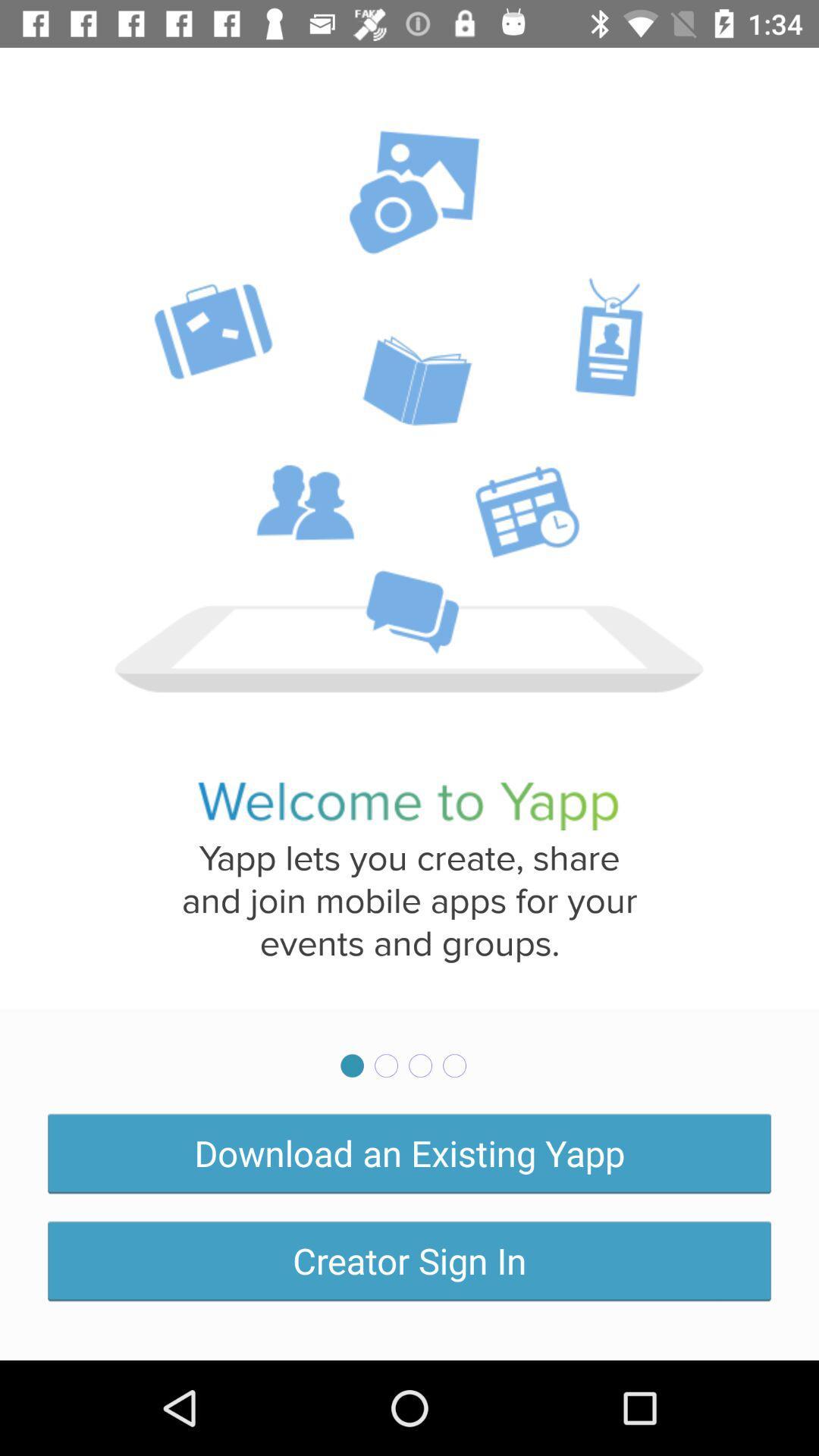 This screenshot has width=819, height=1456. What do you see at coordinates (409, 1153) in the screenshot?
I see `download an existing item` at bounding box center [409, 1153].